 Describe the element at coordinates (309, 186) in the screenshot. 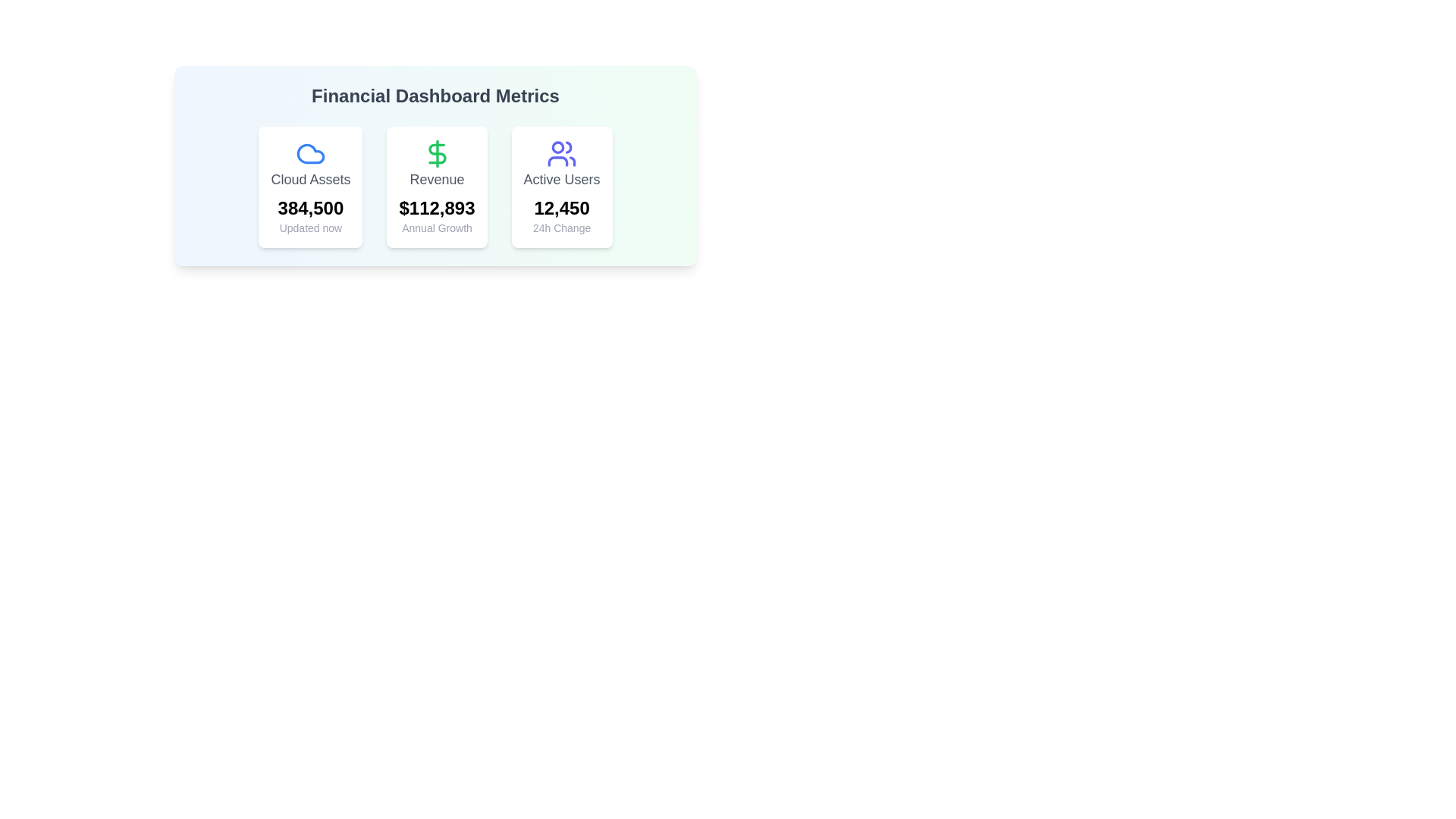

I see `the first Card Component displaying 'Cloud Assets' with a count of 384,500 and the status 'Updated now' in the Financial Dashboard Metrics section` at that location.